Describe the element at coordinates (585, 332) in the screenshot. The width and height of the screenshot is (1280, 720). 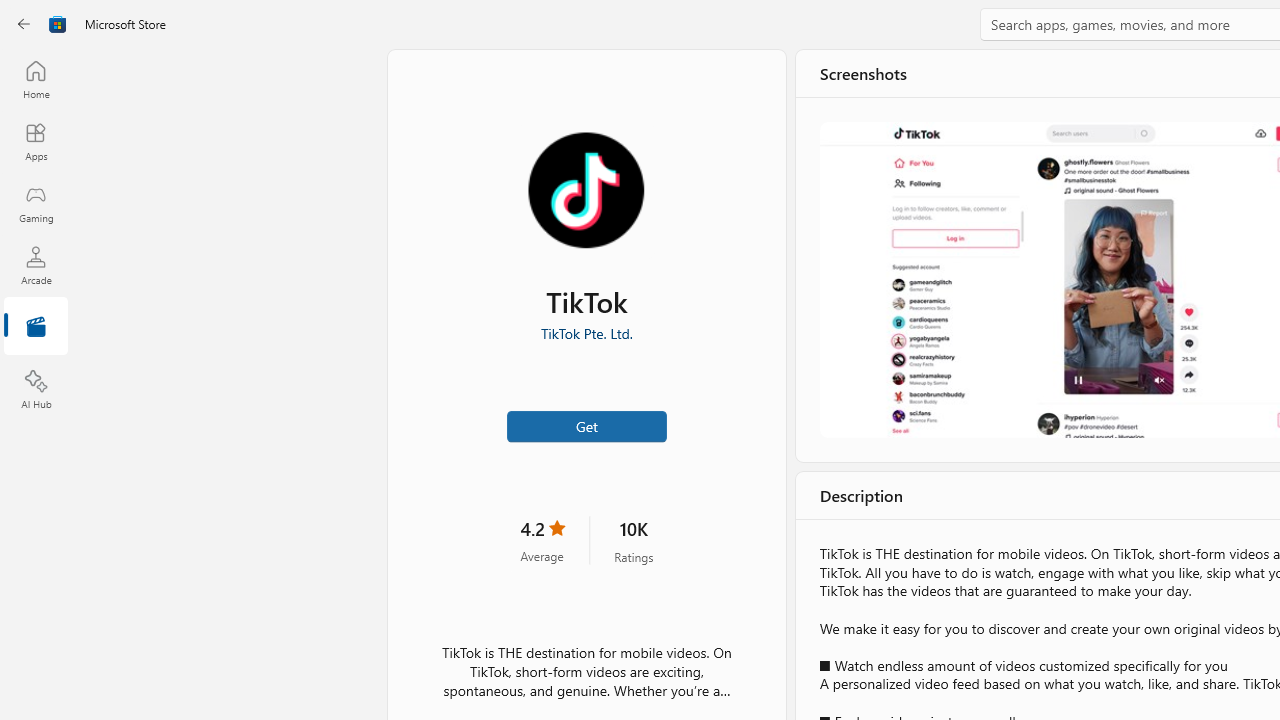
I see `'TikTok Pte. Ltd.'` at that location.